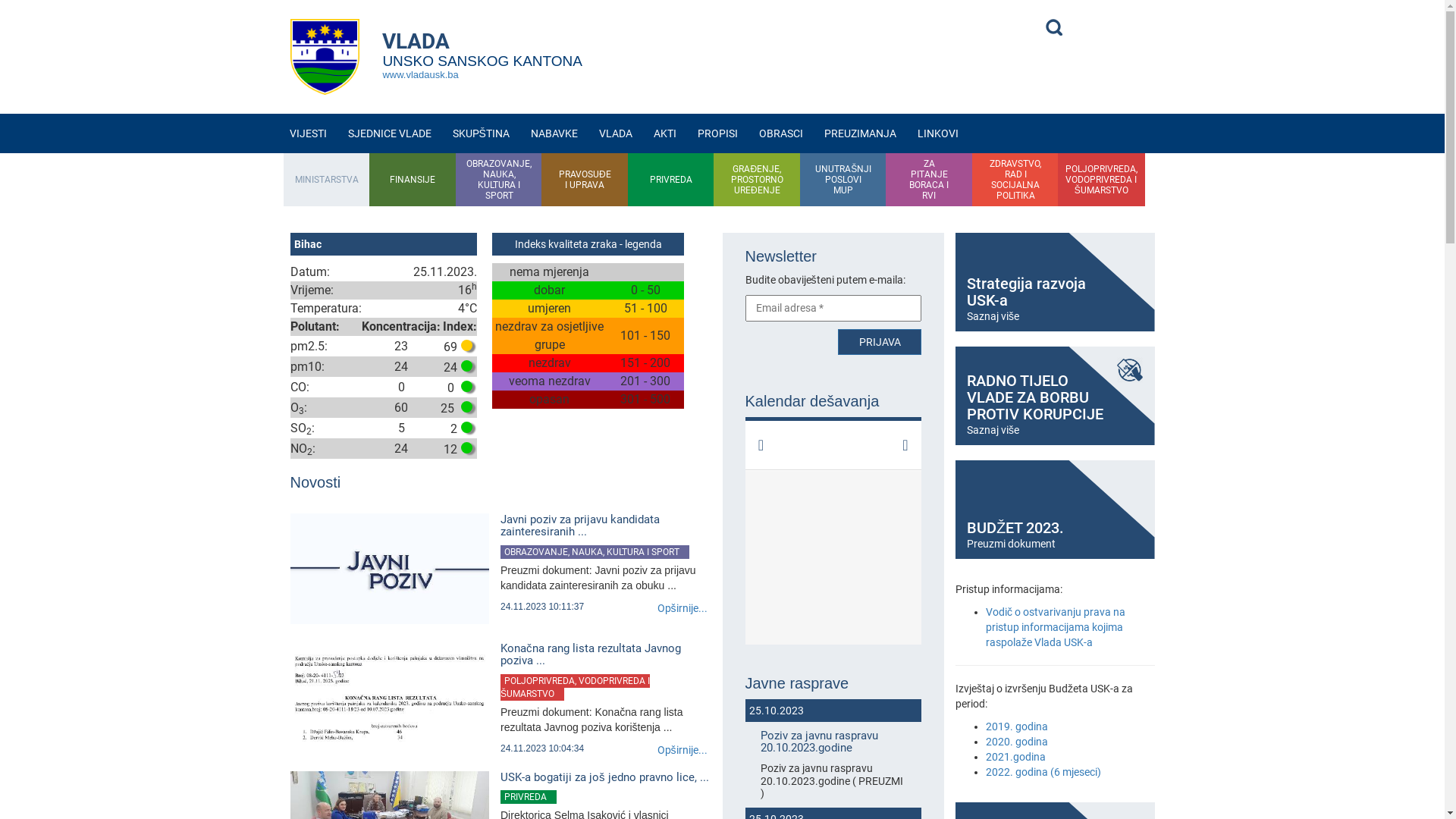 The height and width of the screenshot is (819, 1456). I want to click on 'PROPISI', so click(717, 133).